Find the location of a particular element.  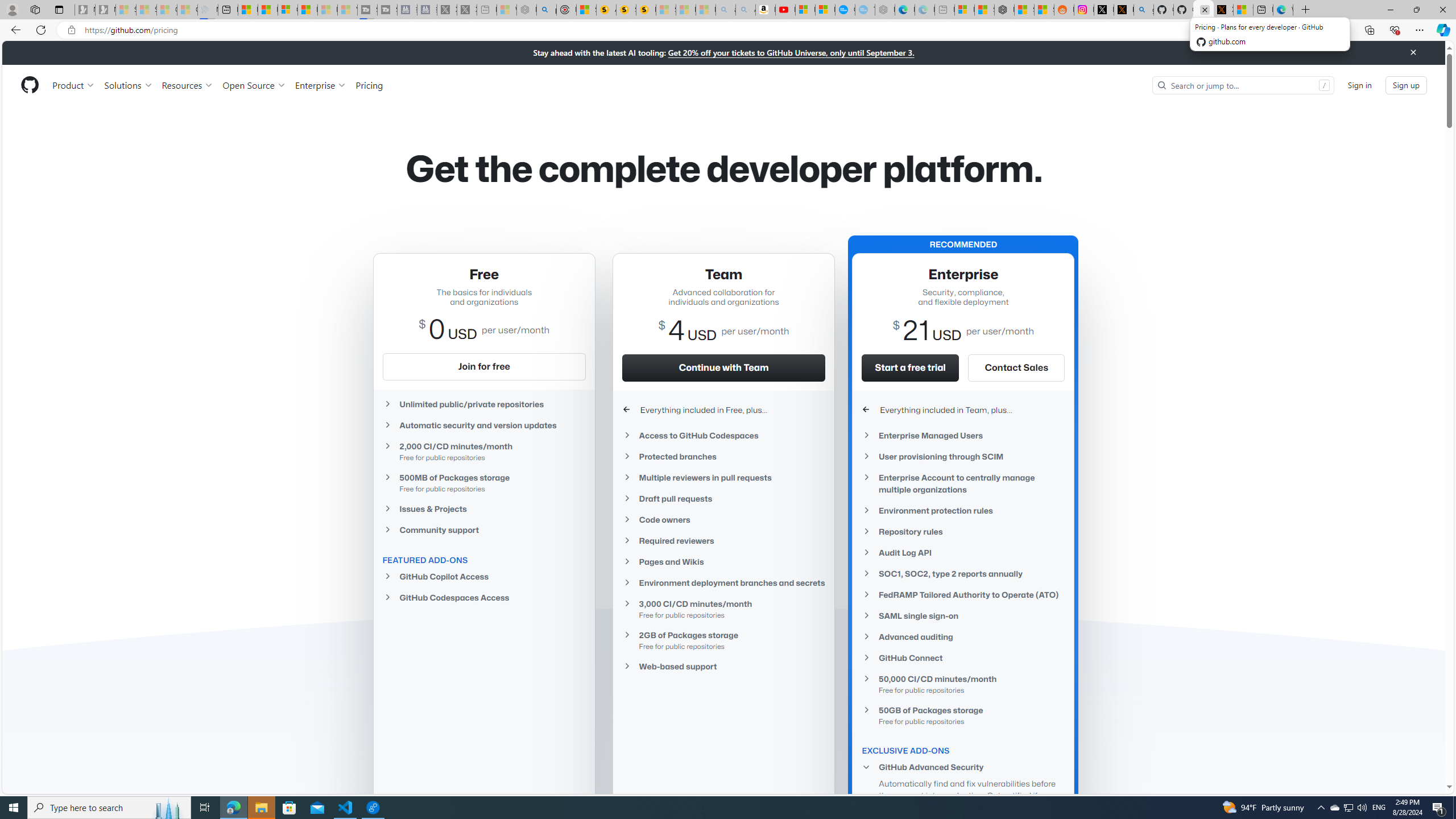

'Day 1: Arriving in Yemen (surreal to be here) - YouTube' is located at coordinates (785, 9).